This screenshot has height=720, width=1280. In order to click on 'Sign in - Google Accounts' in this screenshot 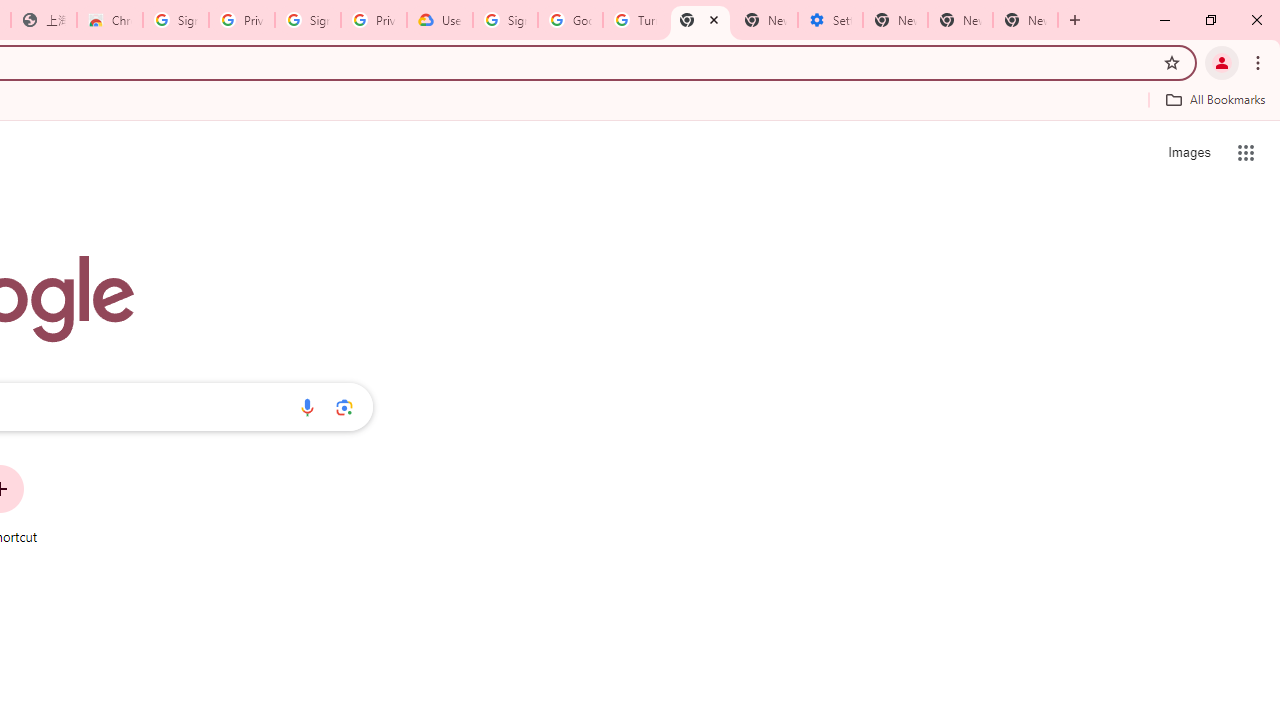, I will do `click(176, 20)`.